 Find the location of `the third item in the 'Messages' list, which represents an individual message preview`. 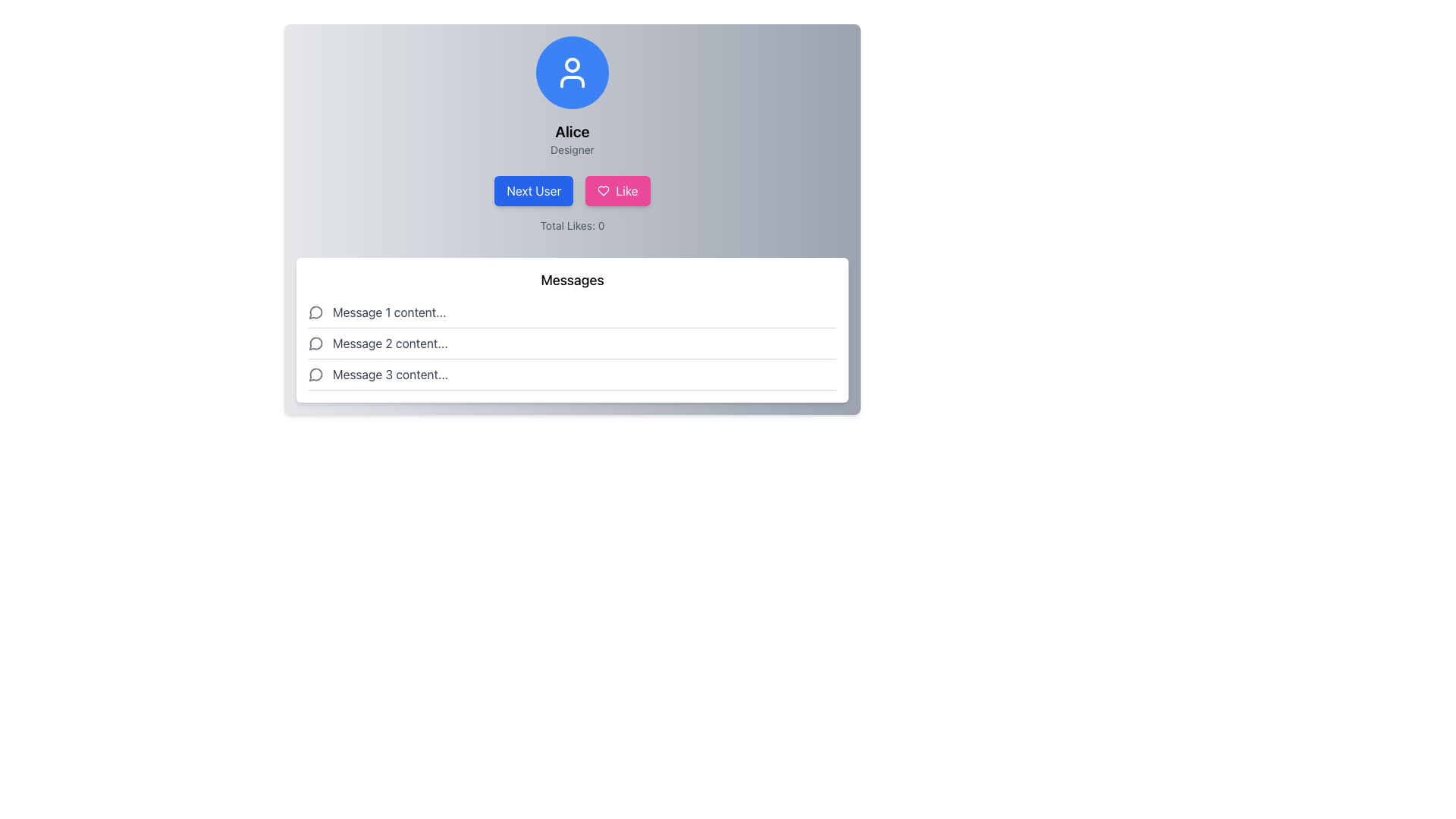

the third item in the 'Messages' list, which represents an individual message preview is located at coordinates (571, 375).